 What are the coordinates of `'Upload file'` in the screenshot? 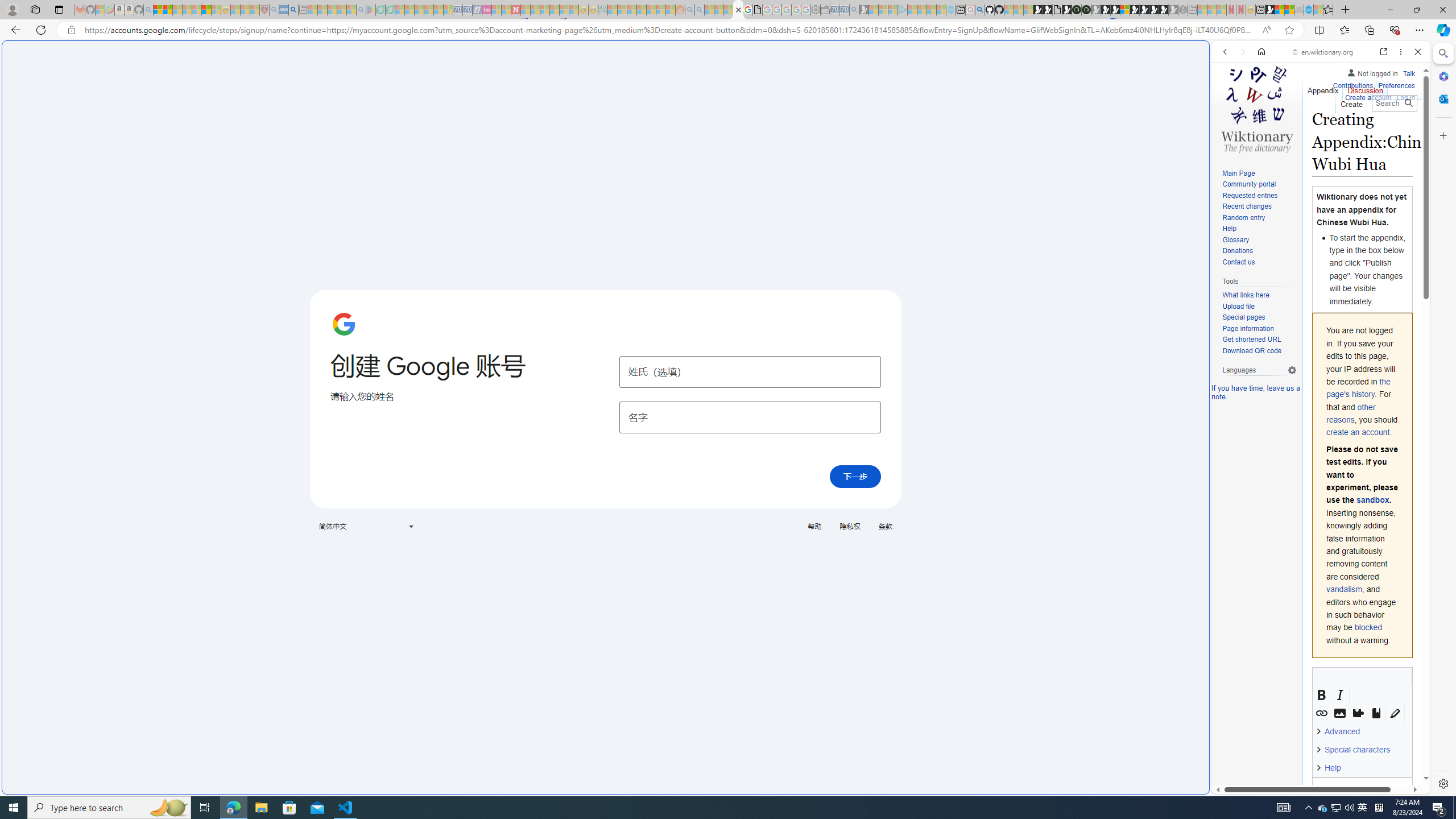 It's located at (1259, 307).